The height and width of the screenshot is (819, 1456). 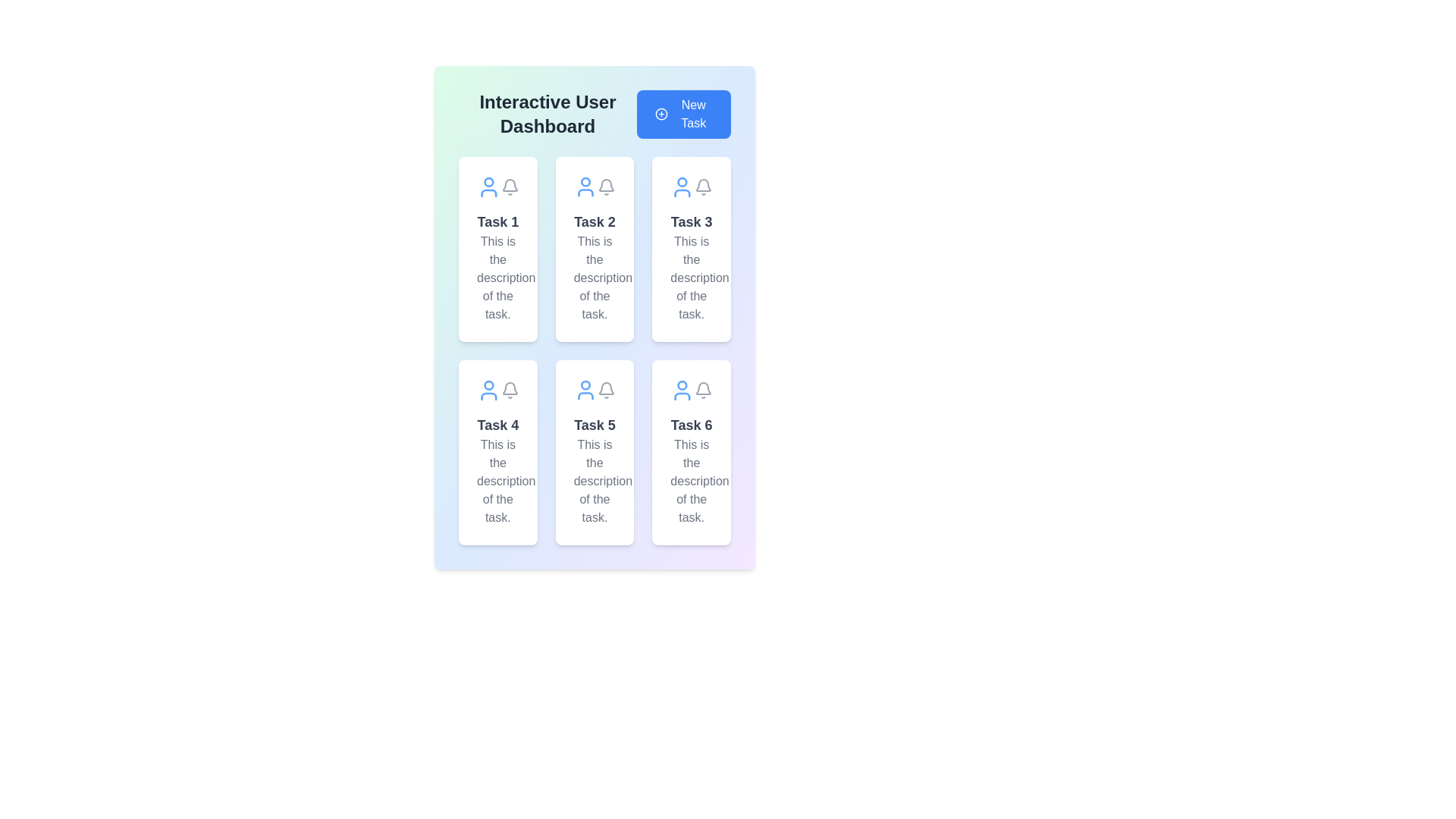 What do you see at coordinates (594, 390) in the screenshot?
I see `the icon group located at the top part of the 'Task 5' card, which is the fifth card in the second row of a two-column grid layout` at bounding box center [594, 390].